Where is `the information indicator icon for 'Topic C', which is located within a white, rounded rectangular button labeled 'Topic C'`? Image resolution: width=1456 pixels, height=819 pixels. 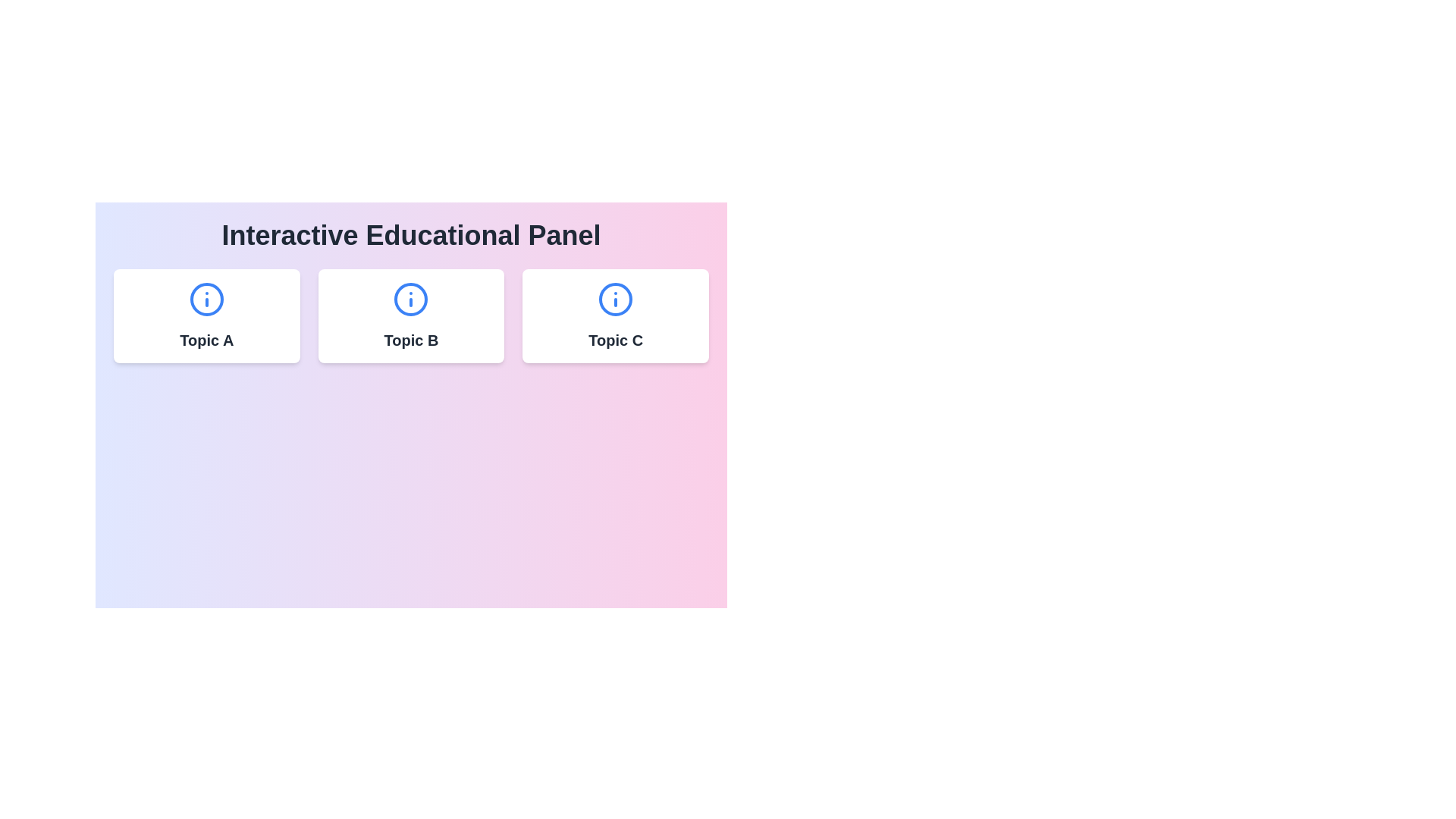
the information indicator icon for 'Topic C', which is located within a white, rounded rectangular button labeled 'Topic C' is located at coordinates (616, 299).